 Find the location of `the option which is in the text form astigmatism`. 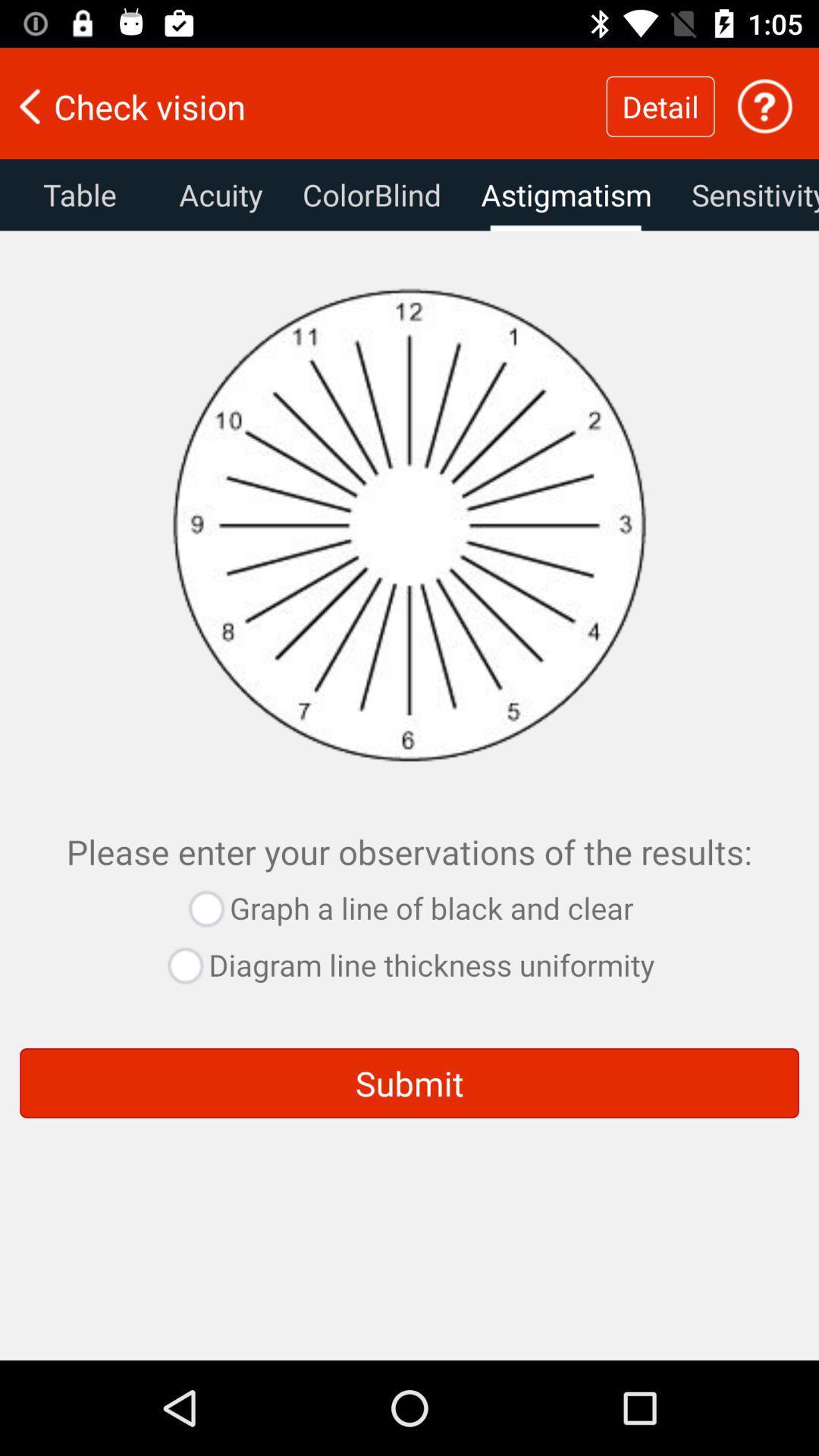

the option which is in the text form astigmatism is located at coordinates (566, 194).